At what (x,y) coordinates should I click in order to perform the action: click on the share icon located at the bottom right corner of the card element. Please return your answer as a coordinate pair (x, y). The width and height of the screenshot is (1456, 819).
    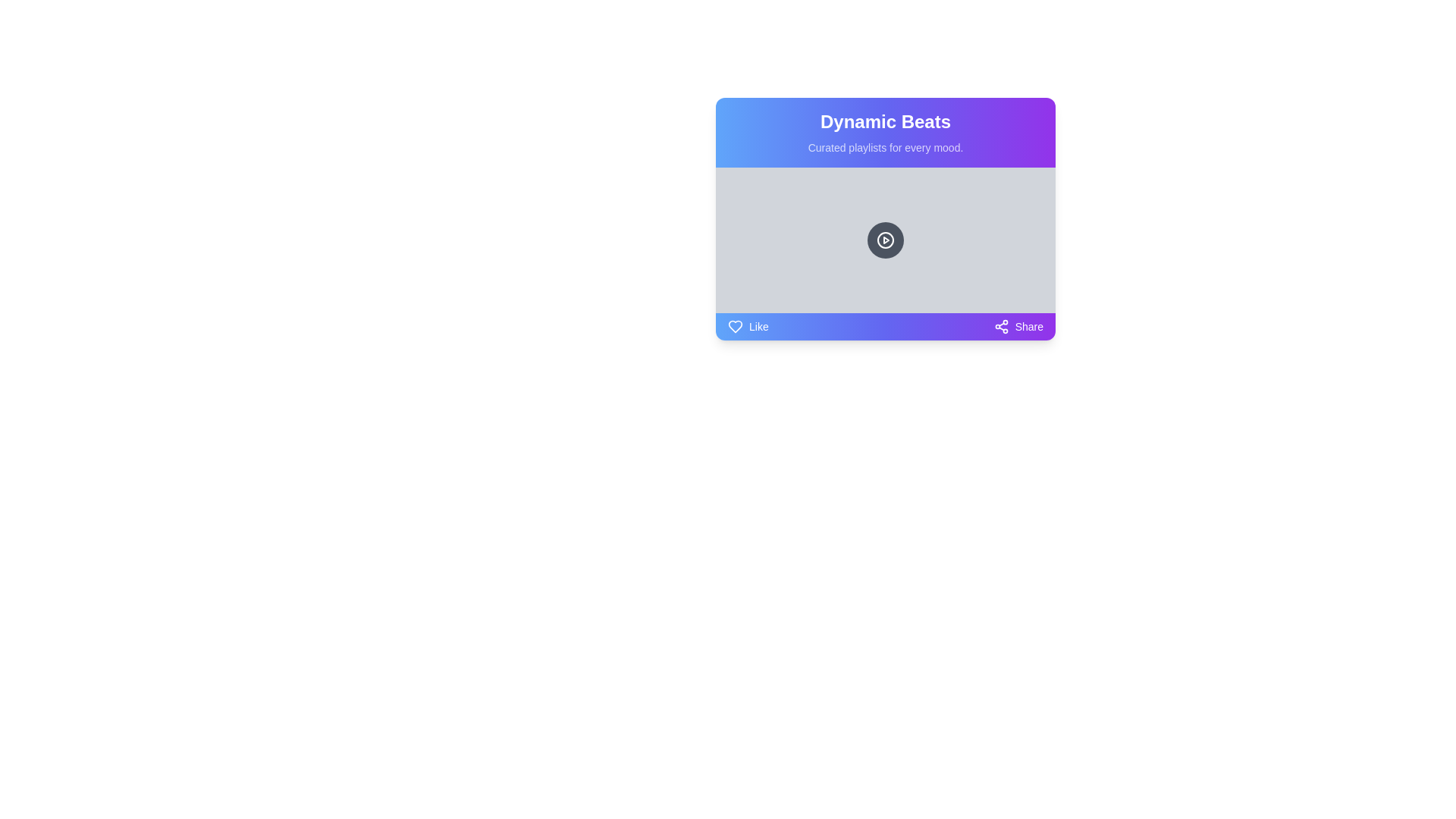
    Looking at the image, I should click on (1001, 326).